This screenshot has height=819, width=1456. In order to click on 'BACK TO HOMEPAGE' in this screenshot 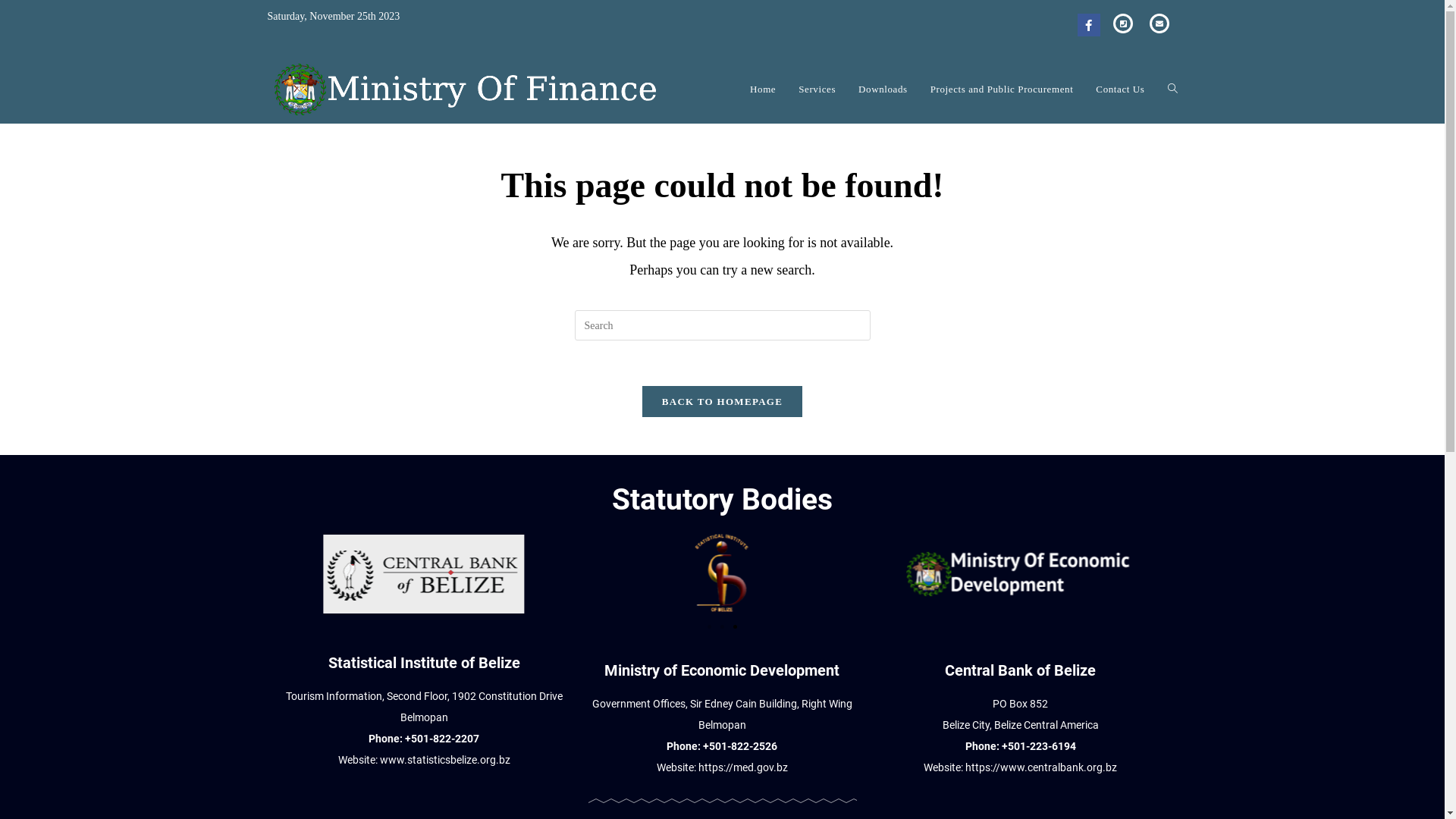, I will do `click(721, 400)`.